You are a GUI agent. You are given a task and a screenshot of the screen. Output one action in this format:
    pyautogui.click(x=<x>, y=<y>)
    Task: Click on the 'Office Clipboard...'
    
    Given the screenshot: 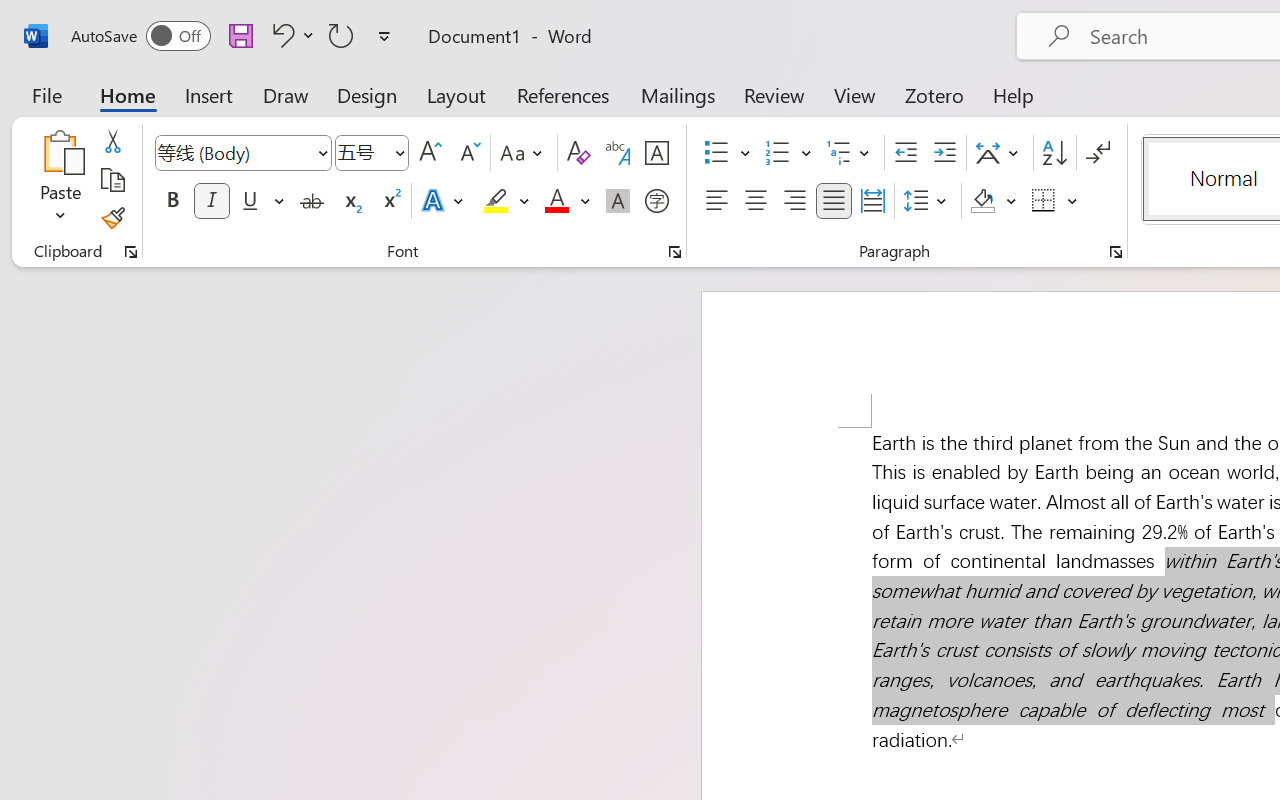 What is the action you would take?
    pyautogui.click(x=130, y=251)
    